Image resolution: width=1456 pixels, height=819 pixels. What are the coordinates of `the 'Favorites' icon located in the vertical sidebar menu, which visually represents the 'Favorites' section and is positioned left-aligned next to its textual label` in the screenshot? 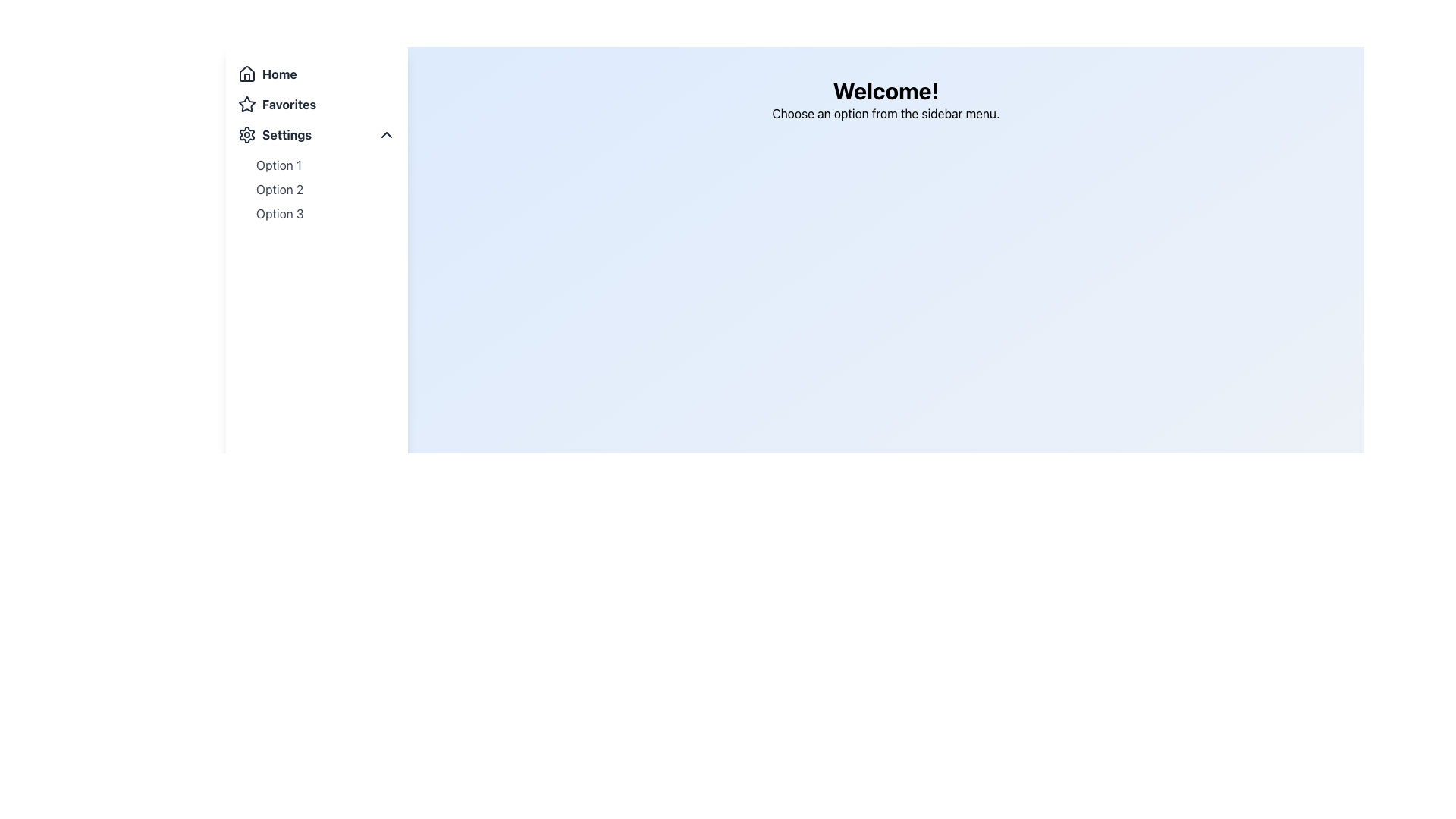 It's located at (247, 104).